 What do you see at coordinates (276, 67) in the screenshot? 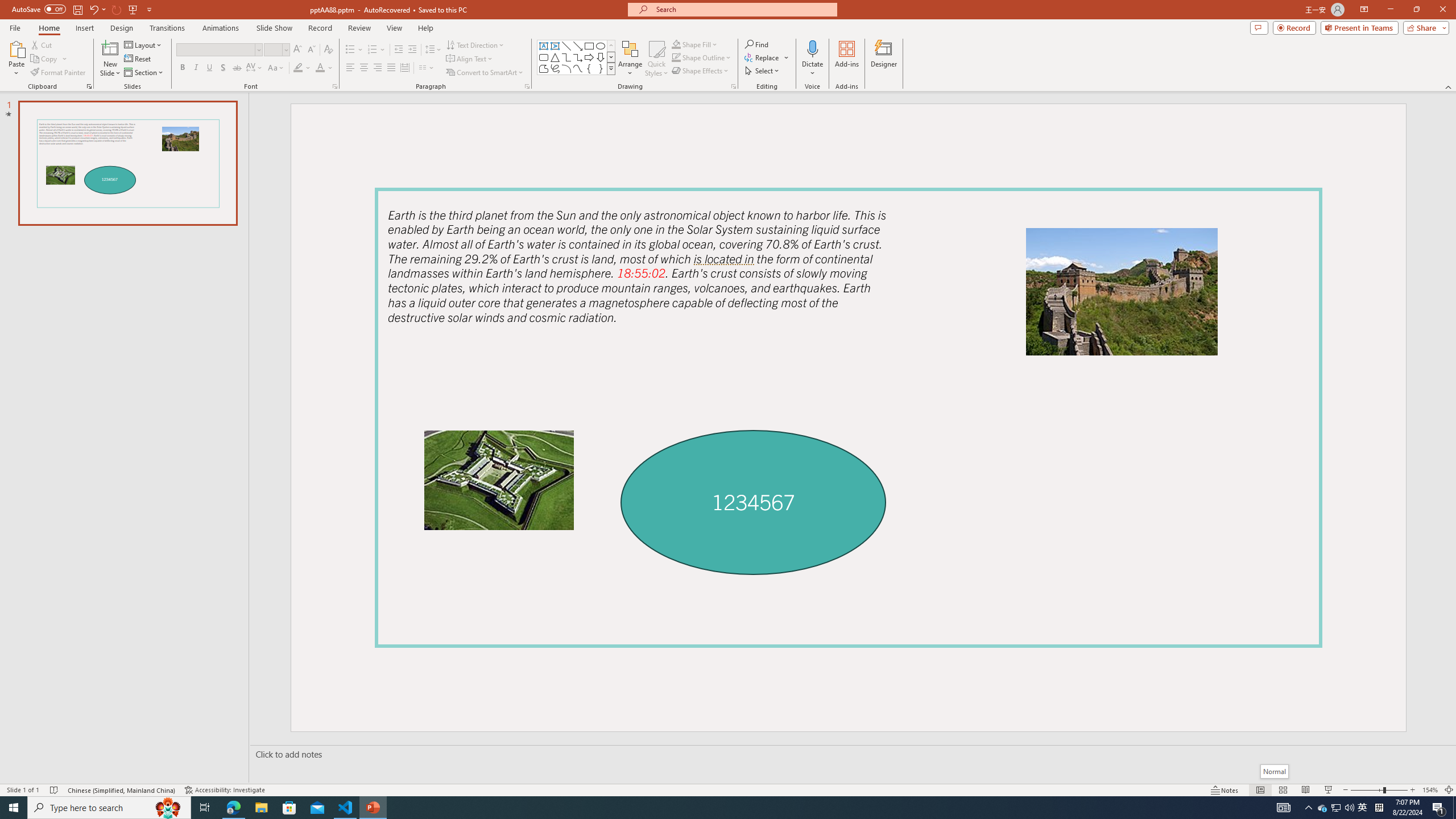
I see `'Change Case'` at bounding box center [276, 67].